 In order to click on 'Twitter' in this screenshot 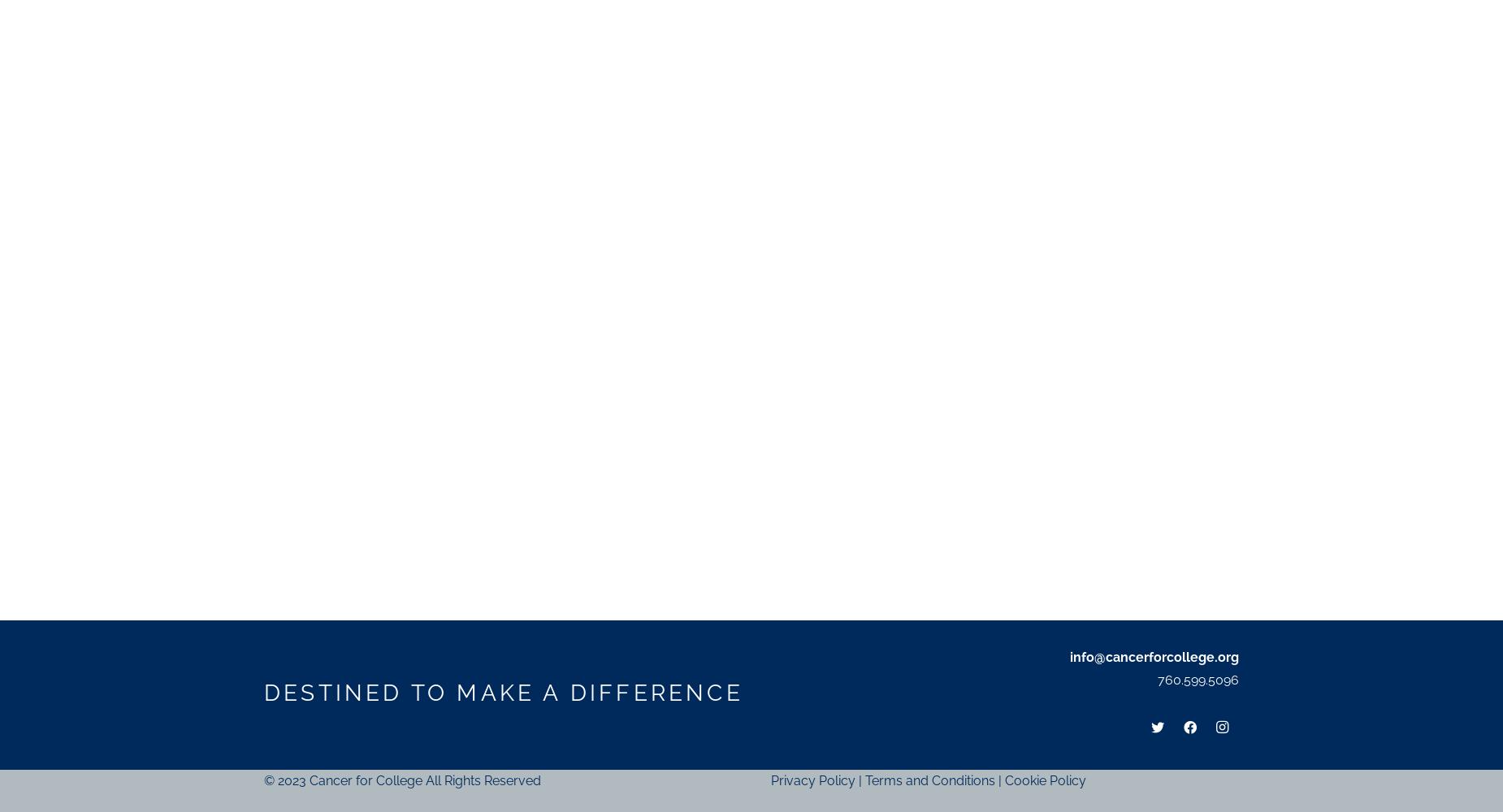, I will do `click(1157, 676)`.